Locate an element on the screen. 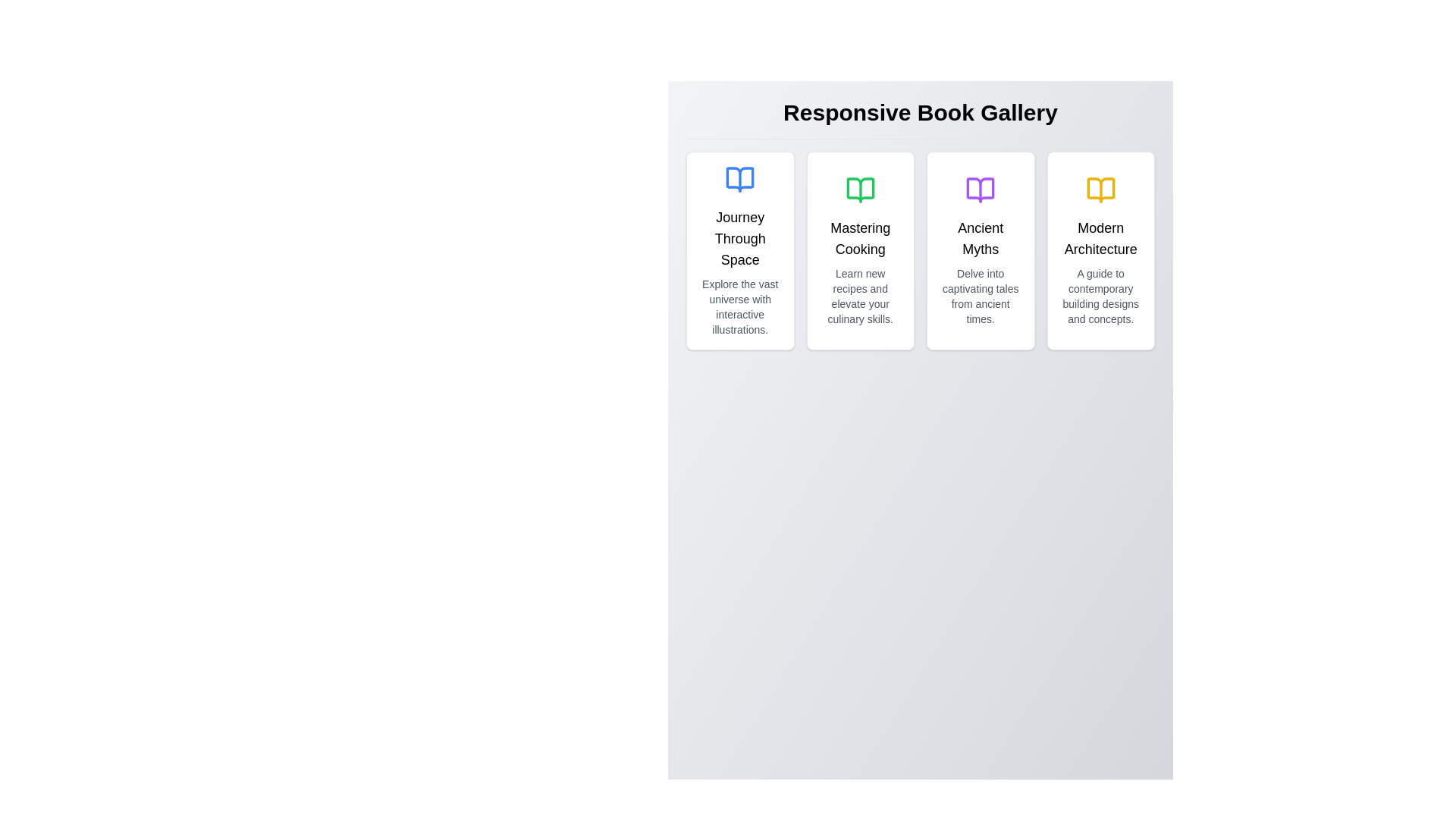  the styling of the text label titled 'Ancient Myths', located in the third column of a horizontally aligned grid of cards, positioned above a descriptive paragraph and below an open book icon is located at coordinates (981, 239).